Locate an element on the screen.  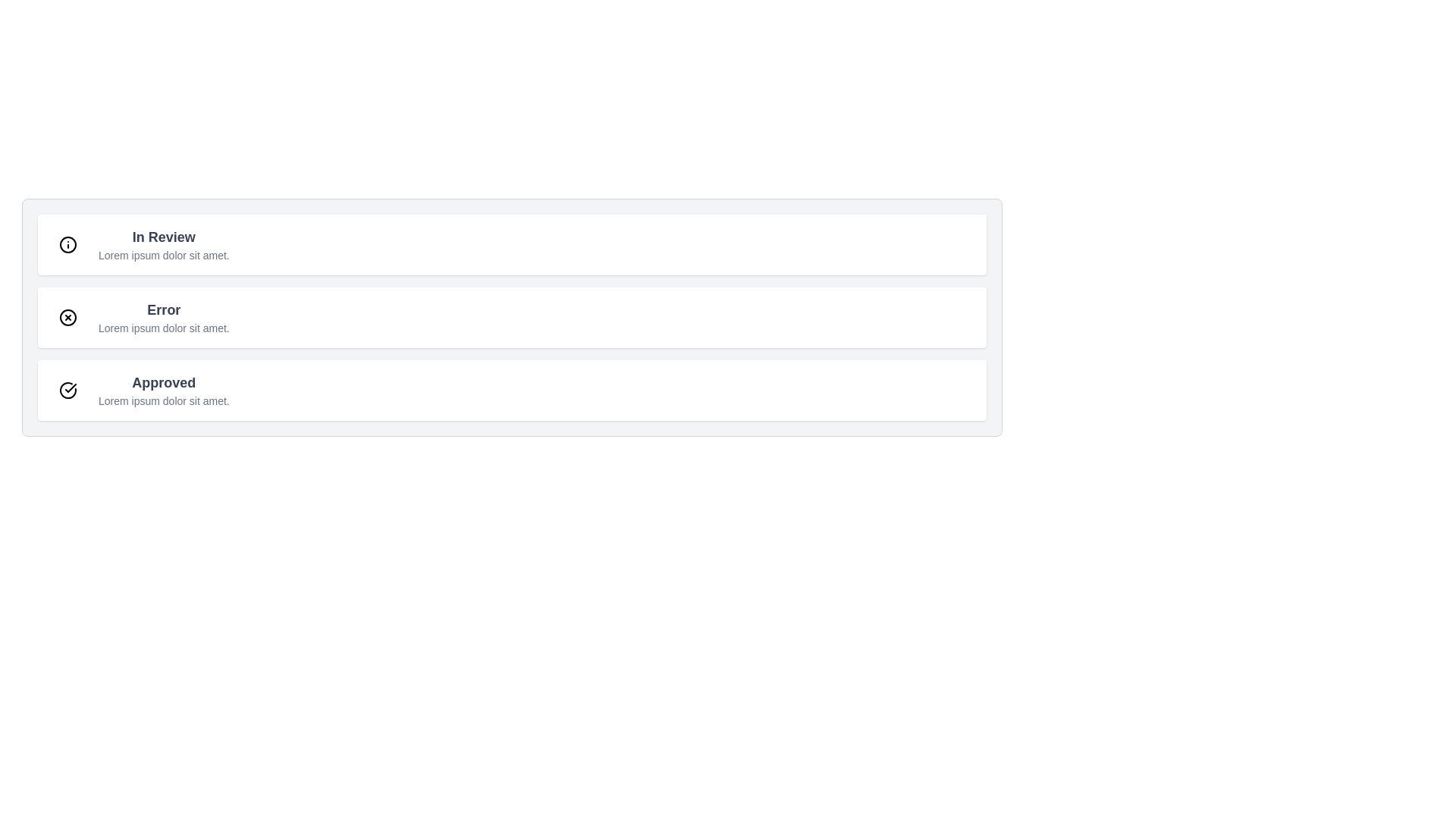
the Text Block that conveys the status message 'In Review', positioned centrally and to the right of an orange icon is located at coordinates (164, 244).